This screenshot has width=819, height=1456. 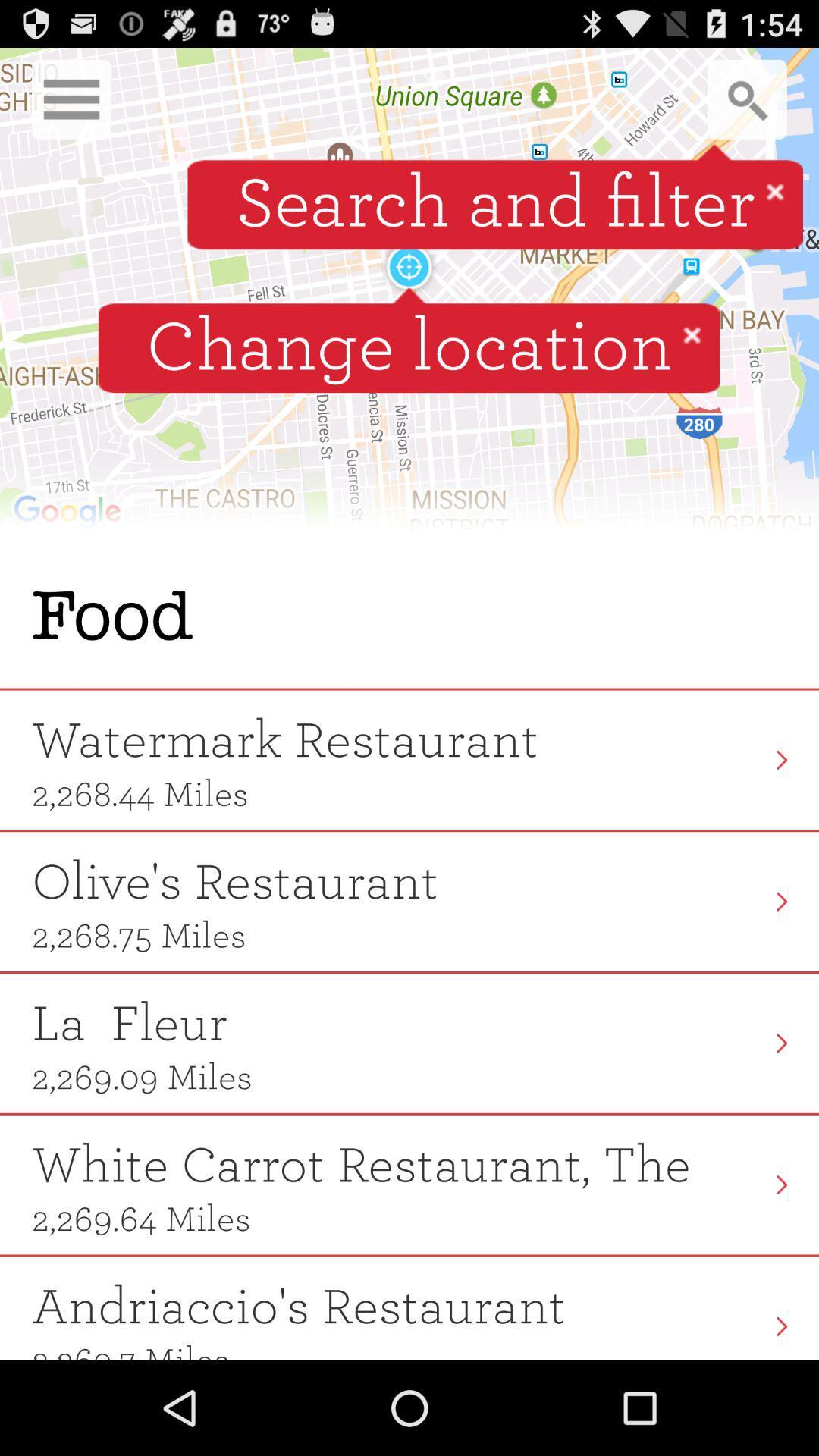 What do you see at coordinates (692, 334) in the screenshot?
I see `the item below search and filter icon` at bounding box center [692, 334].